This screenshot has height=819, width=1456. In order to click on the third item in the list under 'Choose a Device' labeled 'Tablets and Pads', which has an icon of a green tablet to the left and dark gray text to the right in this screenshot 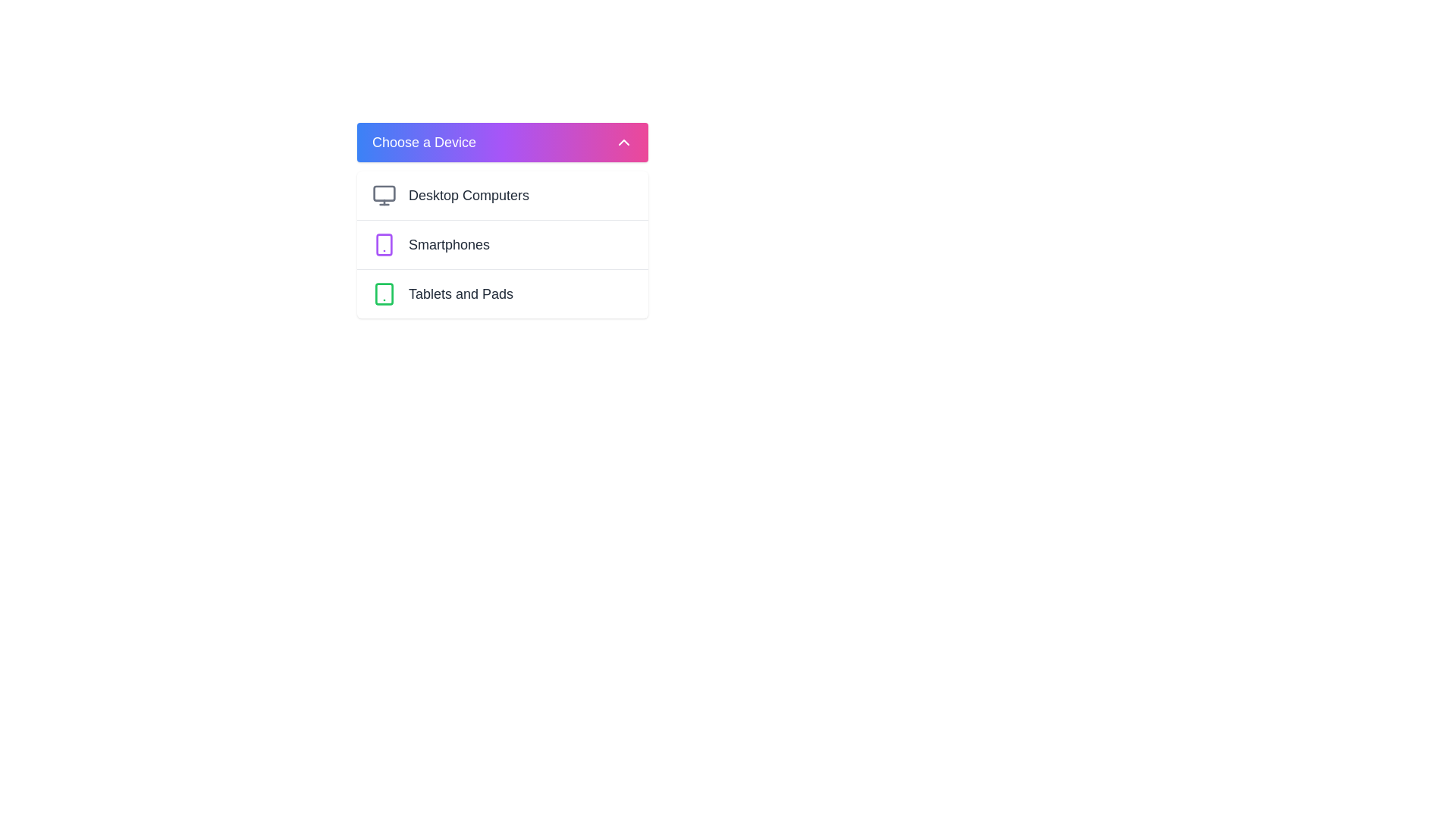, I will do `click(502, 293)`.